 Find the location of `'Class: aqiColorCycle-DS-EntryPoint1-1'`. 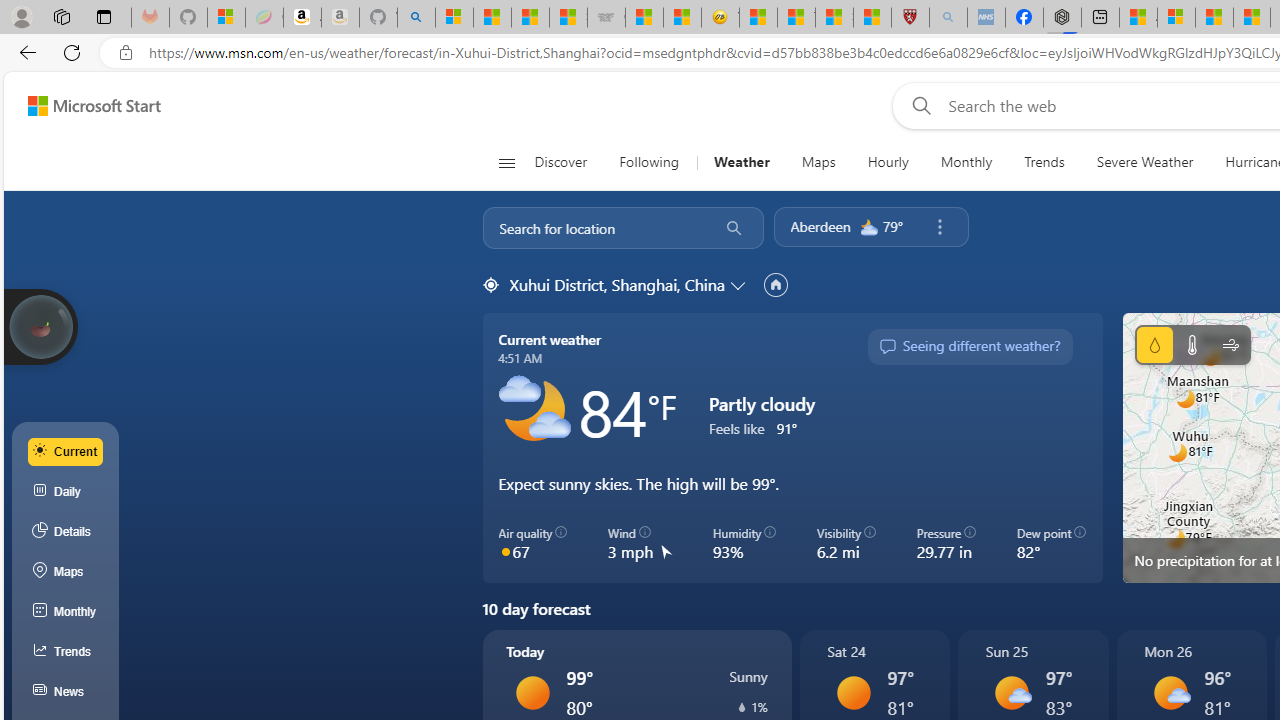

'Class: aqiColorCycle-DS-EntryPoint1-1' is located at coordinates (505, 551).